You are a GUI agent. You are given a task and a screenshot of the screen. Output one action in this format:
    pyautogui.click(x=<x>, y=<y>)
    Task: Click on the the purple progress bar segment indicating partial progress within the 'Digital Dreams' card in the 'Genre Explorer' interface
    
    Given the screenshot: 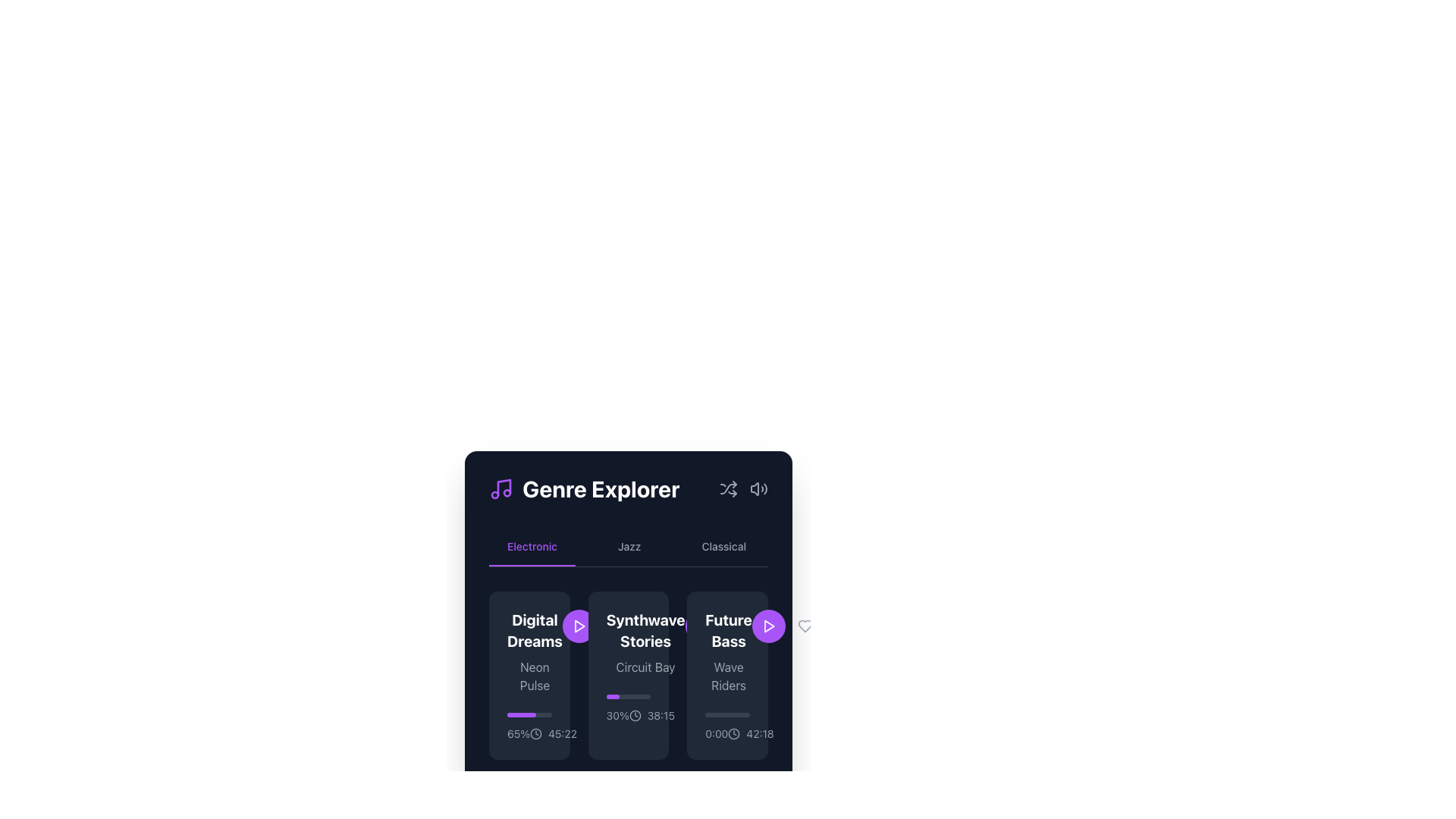 What is the action you would take?
    pyautogui.click(x=522, y=714)
    